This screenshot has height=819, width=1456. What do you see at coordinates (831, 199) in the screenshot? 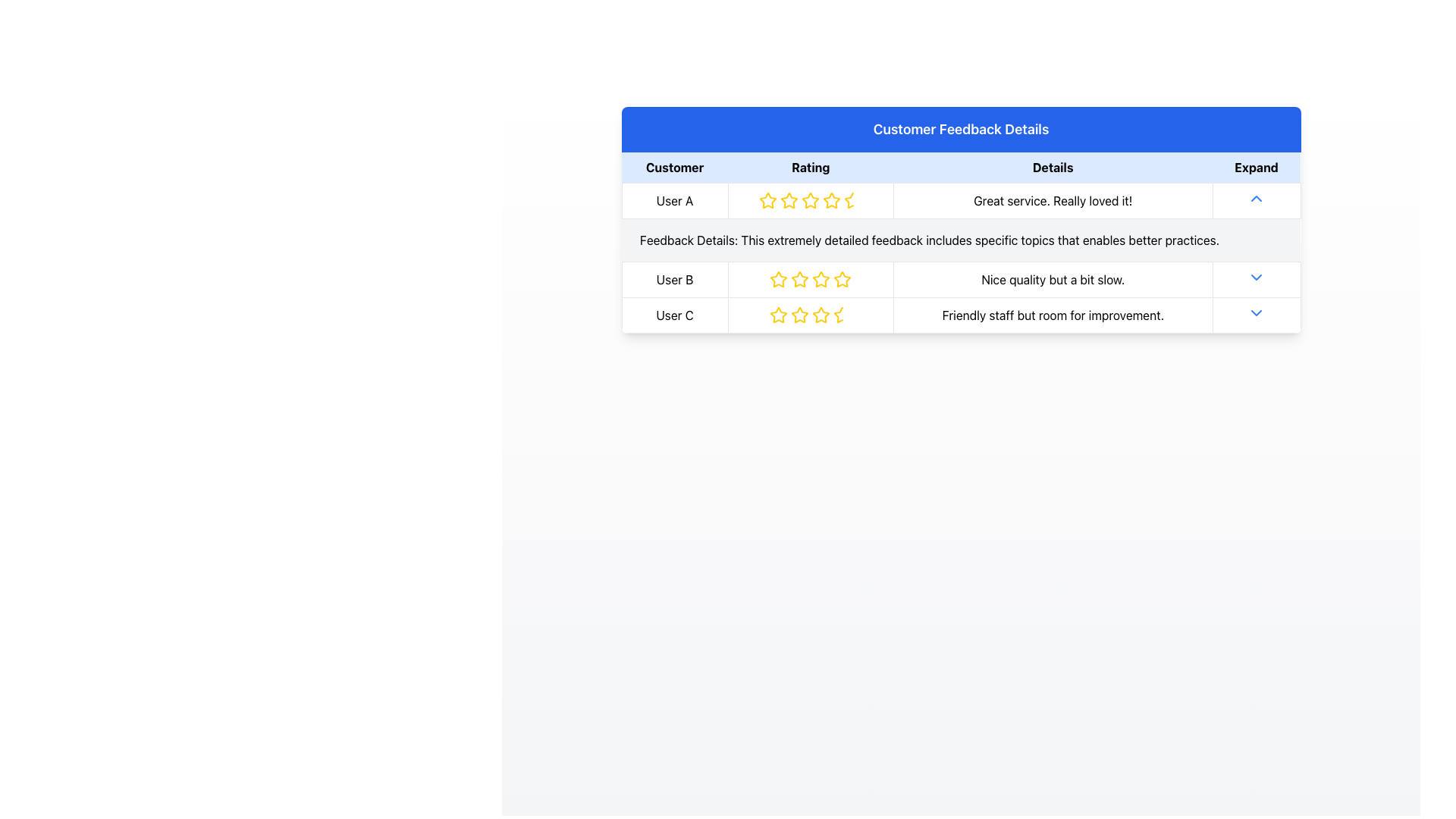
I see `the fourth star-shaped icon with a yellow border in the Rating System for User A` at bounding box center [831, 199].